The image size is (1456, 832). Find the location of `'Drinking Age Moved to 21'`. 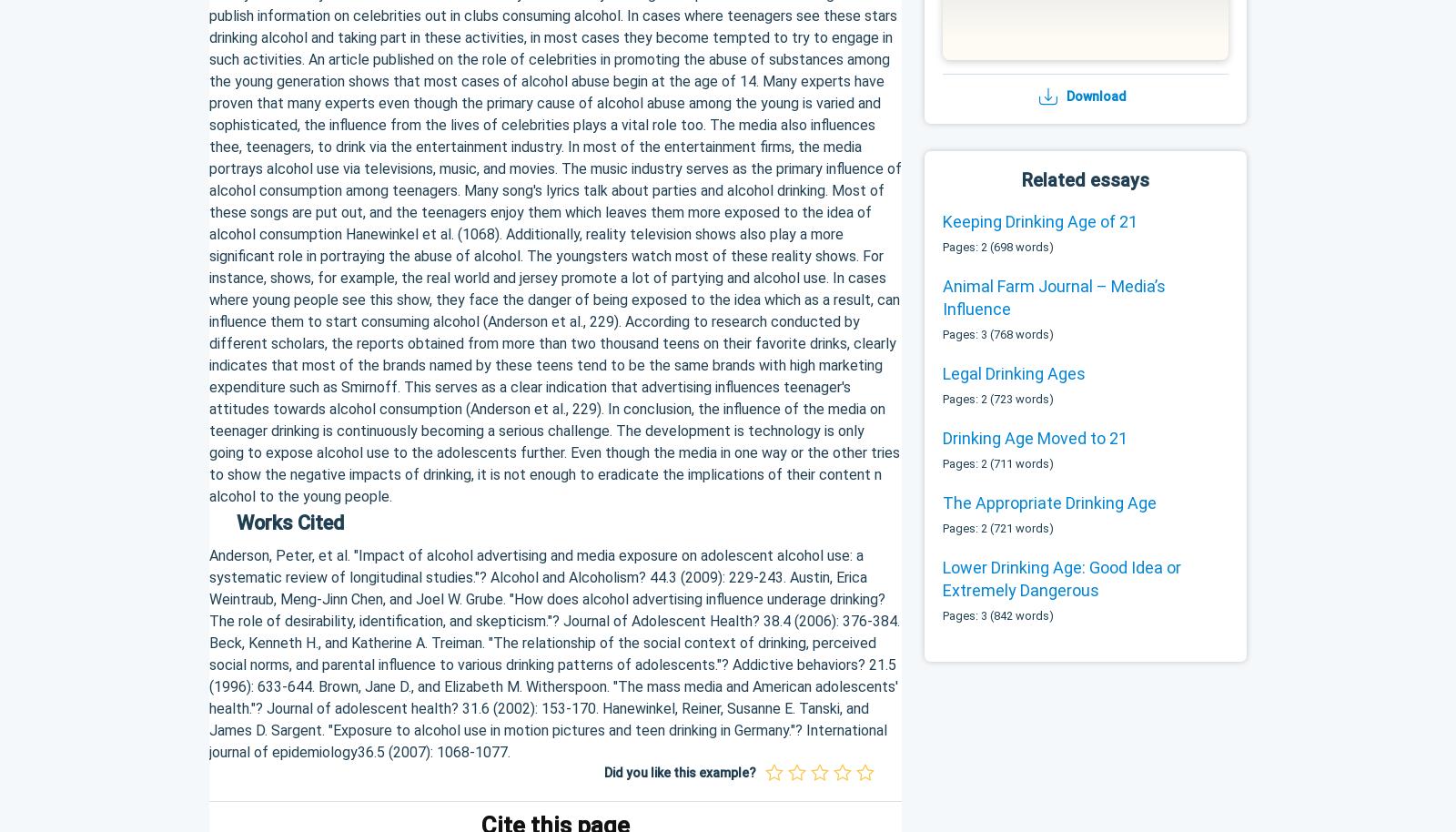

'Drinking Age Moved to 21' is located at coordinates (1035, 437).